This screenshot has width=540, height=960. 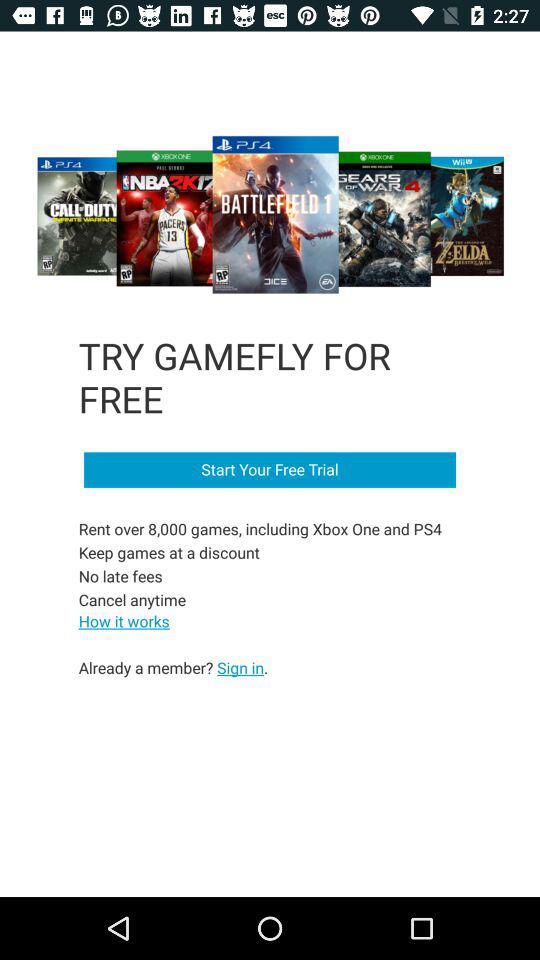 I want to click on icon below try gamefly for icon, so click(x=270, y=470).